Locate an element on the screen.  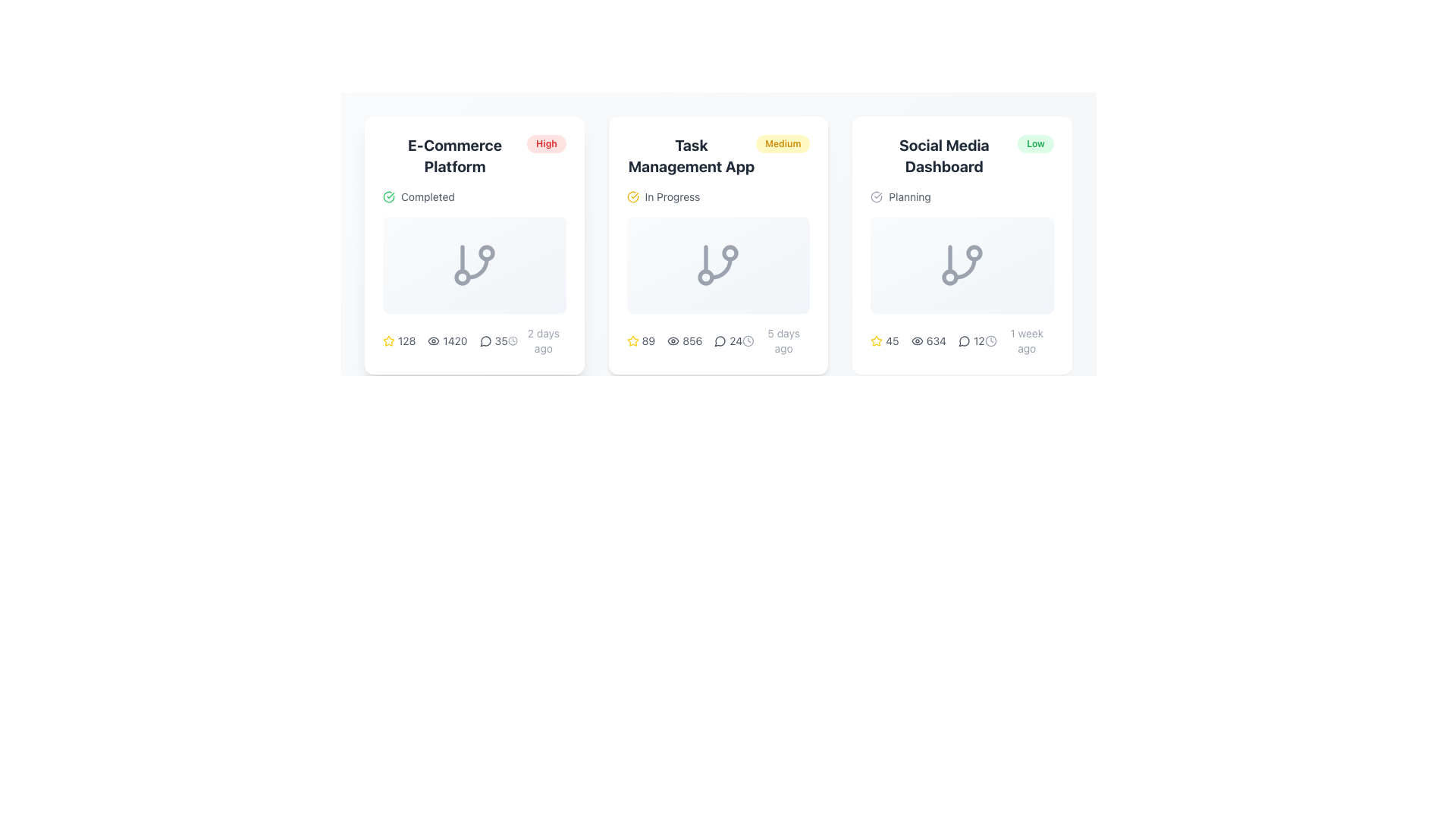
the Message count indicator, which is the third element in the horizontal list at the bottom of the 'Social Media Dashboard' card, displaying the number of comments or messages is located at coordinates (962, 341).